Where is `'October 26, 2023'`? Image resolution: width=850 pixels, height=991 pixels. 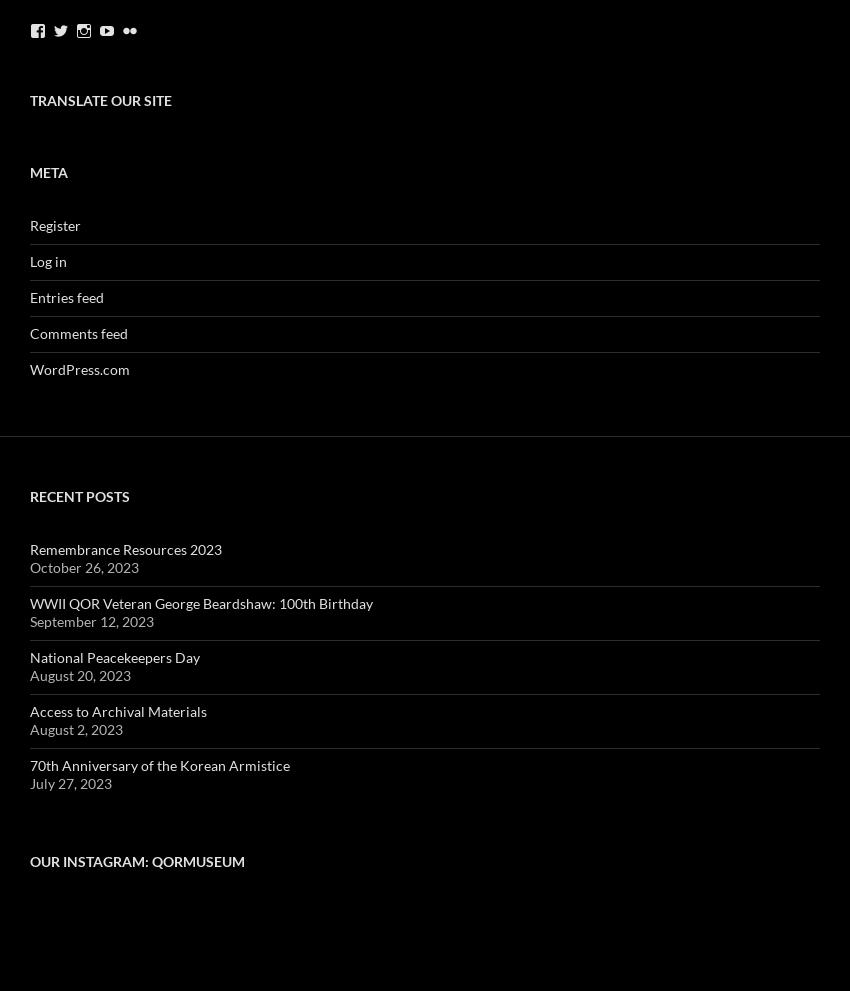 'October 26, 2023' is located at coordinates (29, 566).